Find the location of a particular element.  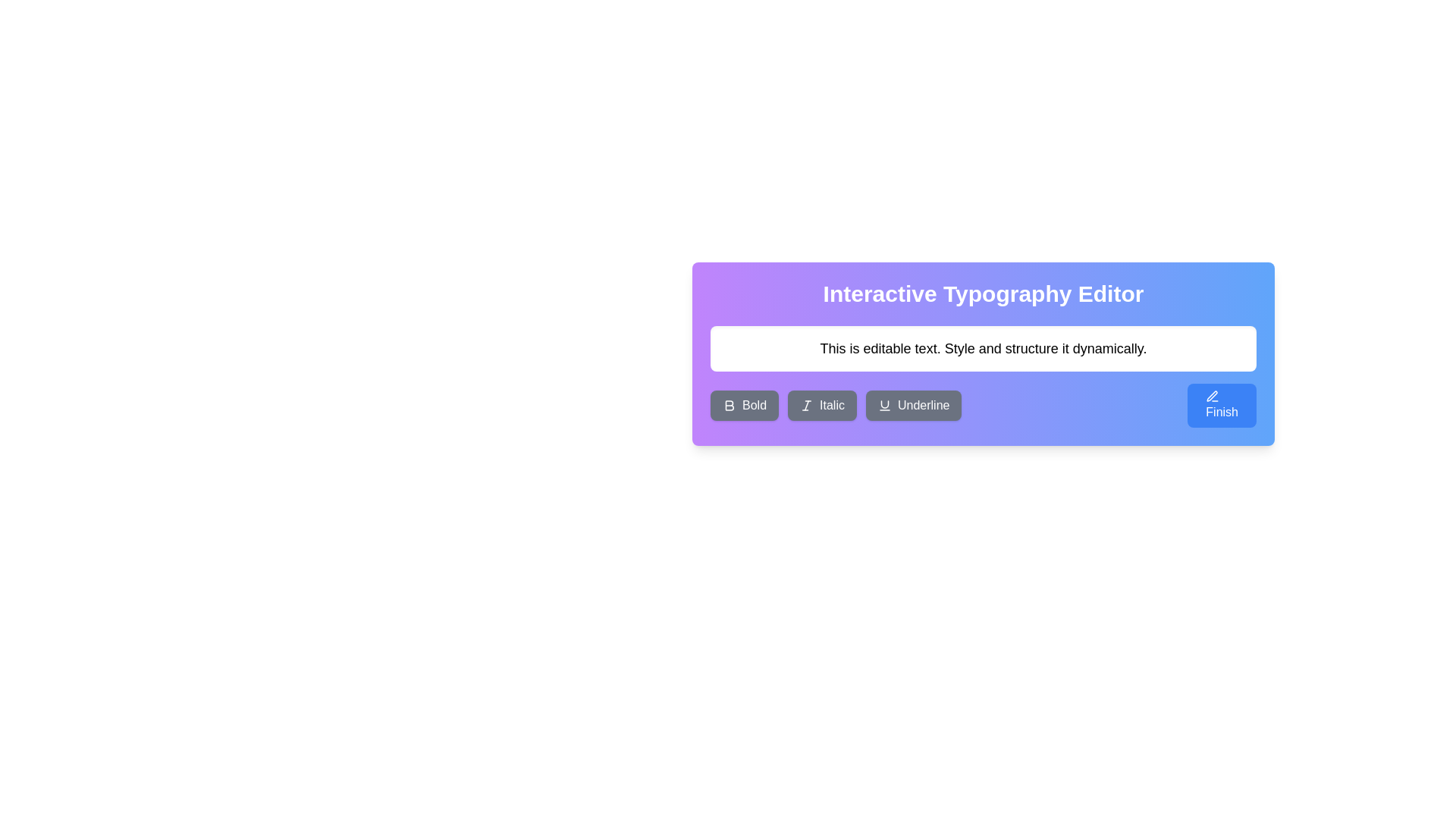

the editing icon located to the right of the 'Finish' button, which has a blue background and rounded corners, to initiate an edit action is located at coordinates (1212, 396).